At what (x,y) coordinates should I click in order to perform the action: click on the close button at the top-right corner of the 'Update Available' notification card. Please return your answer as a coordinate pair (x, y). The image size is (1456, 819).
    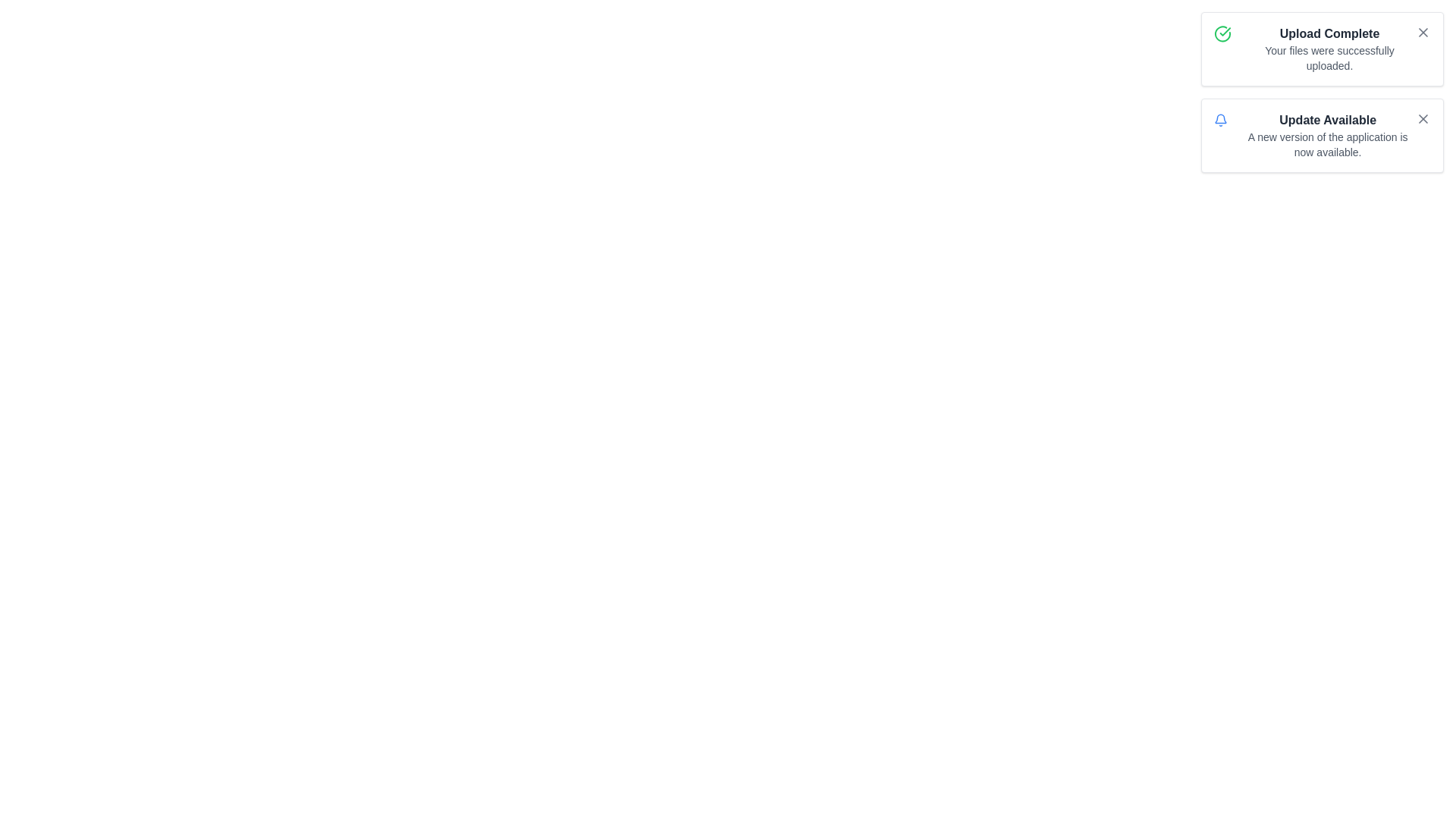
    Looking at the image, I should click on (1422, 118).